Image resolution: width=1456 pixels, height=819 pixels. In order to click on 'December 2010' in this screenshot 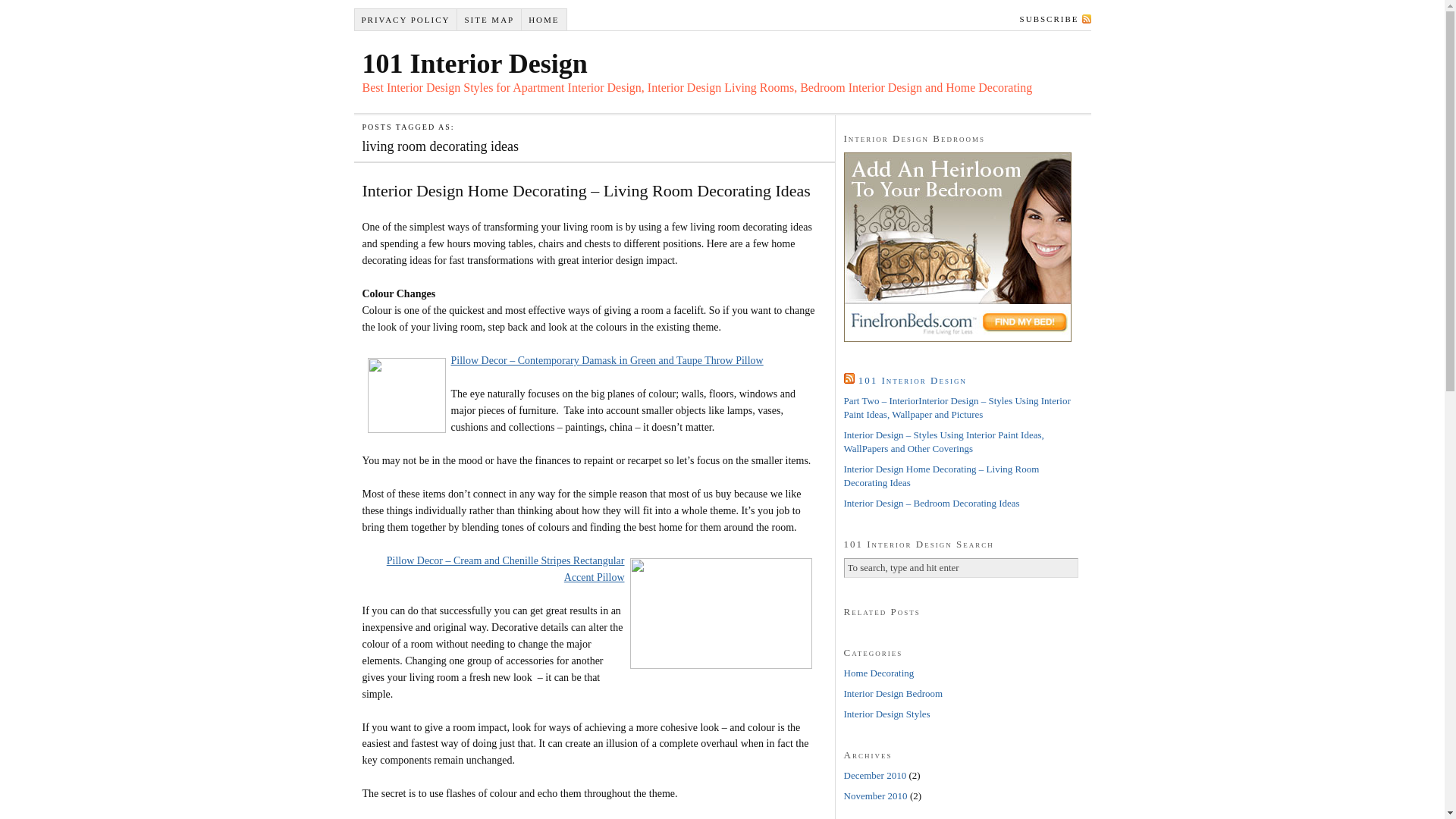, I will do `click(874, 775)`.